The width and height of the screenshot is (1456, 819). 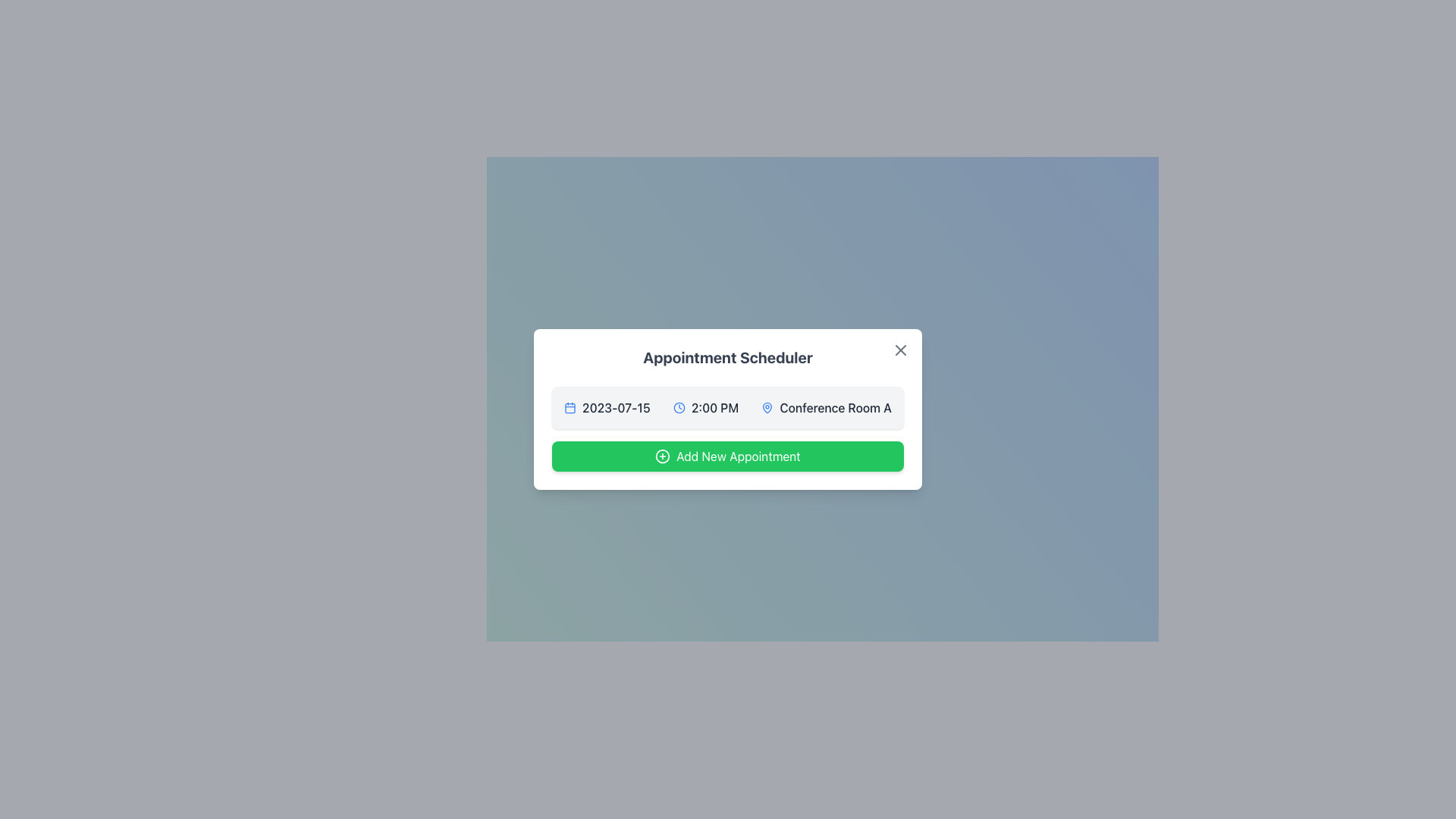 I want to click on the static text label displaying 'Conference Room A', which is located to the right of the blue location pin icon, so click(x=835, y=406).